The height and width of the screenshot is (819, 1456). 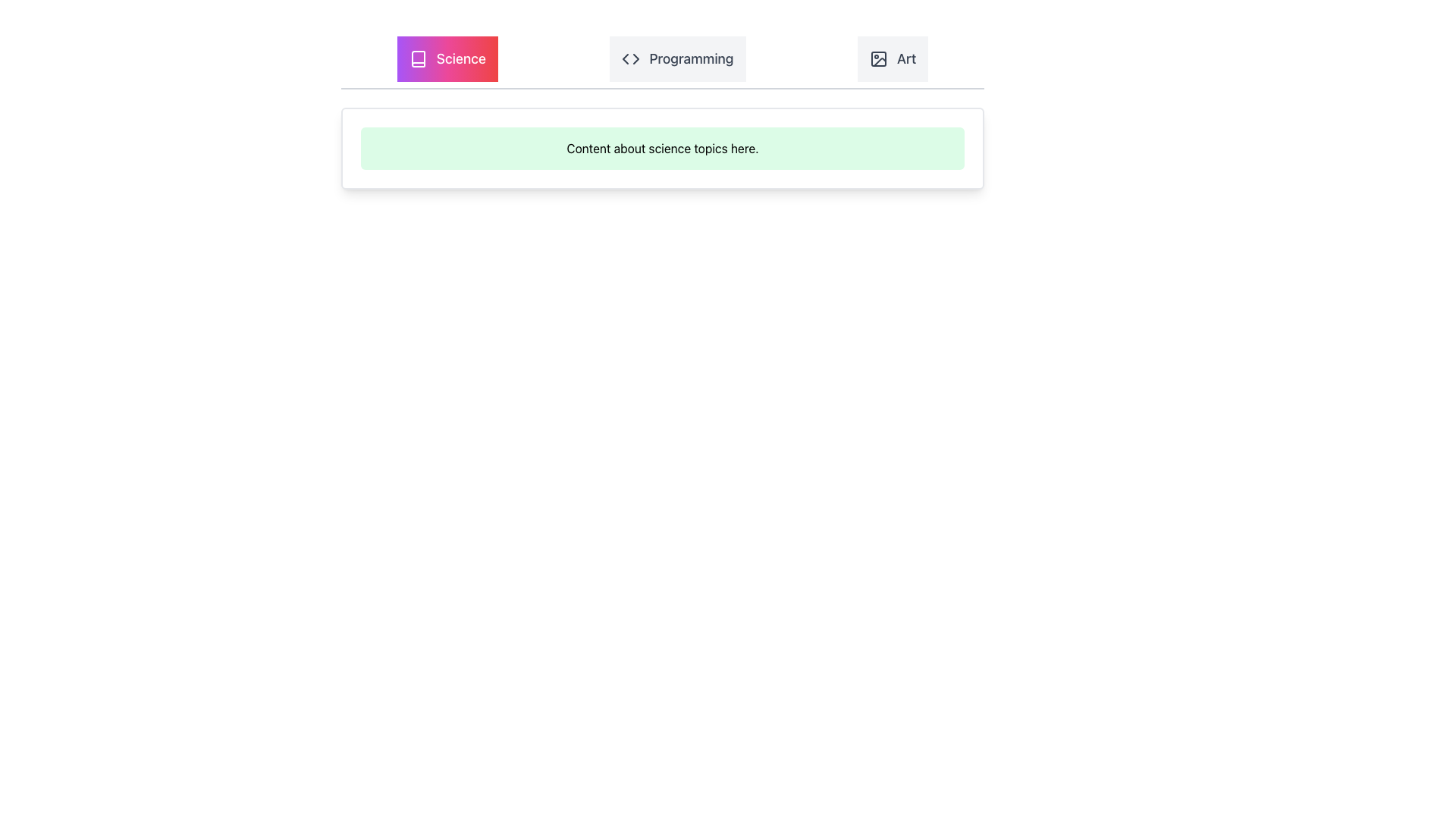 I want to click on the 'Science' text label, which is a bold, large white font on a gradient background, so click(x=460, y=58).